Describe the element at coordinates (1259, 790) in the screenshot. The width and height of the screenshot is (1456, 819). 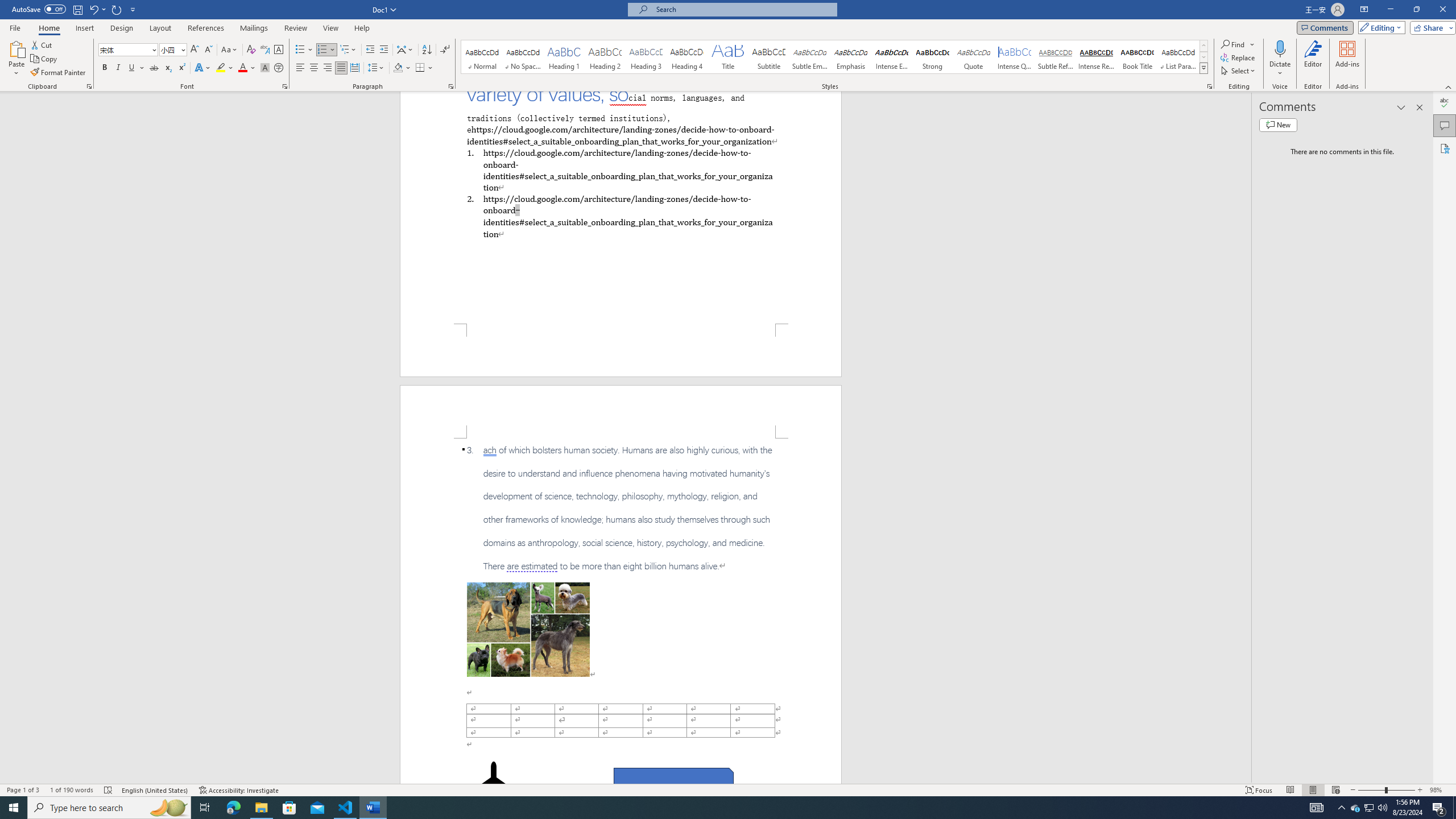
I see `'Focus '` at that location.